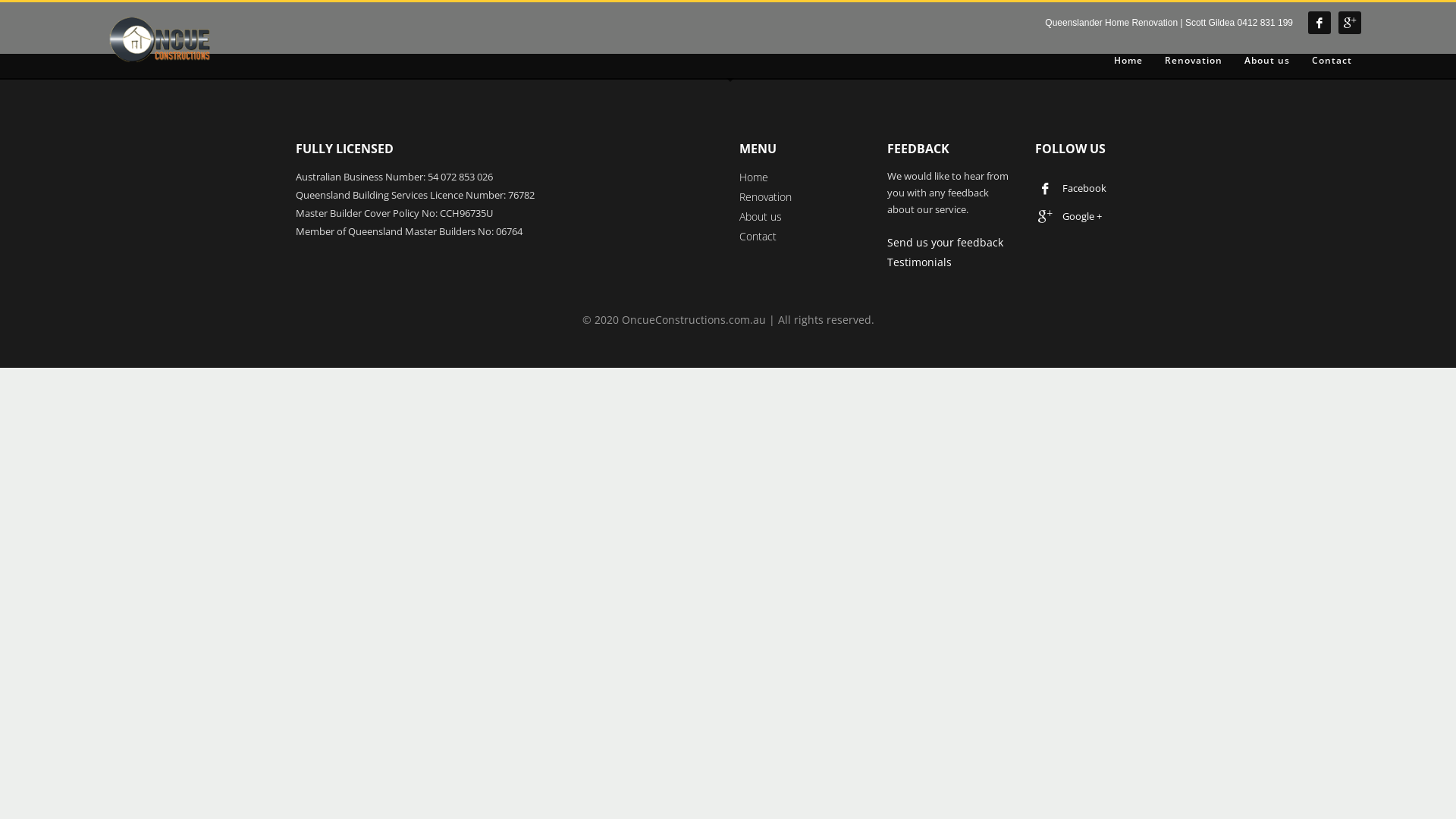  I want to click on 'Contact', so click(1302, 60).